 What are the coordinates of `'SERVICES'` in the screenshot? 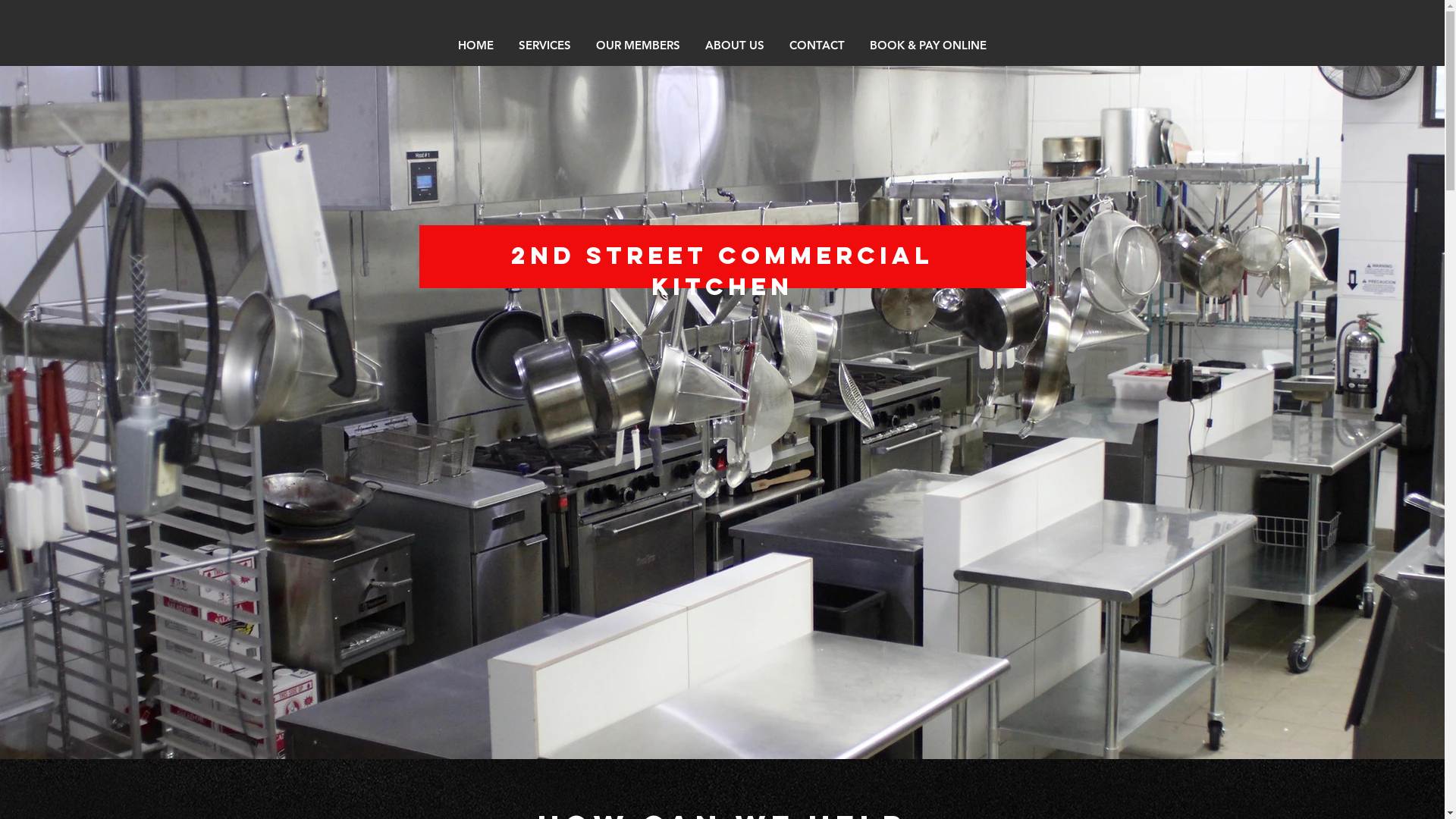 It's located at (545, 45).